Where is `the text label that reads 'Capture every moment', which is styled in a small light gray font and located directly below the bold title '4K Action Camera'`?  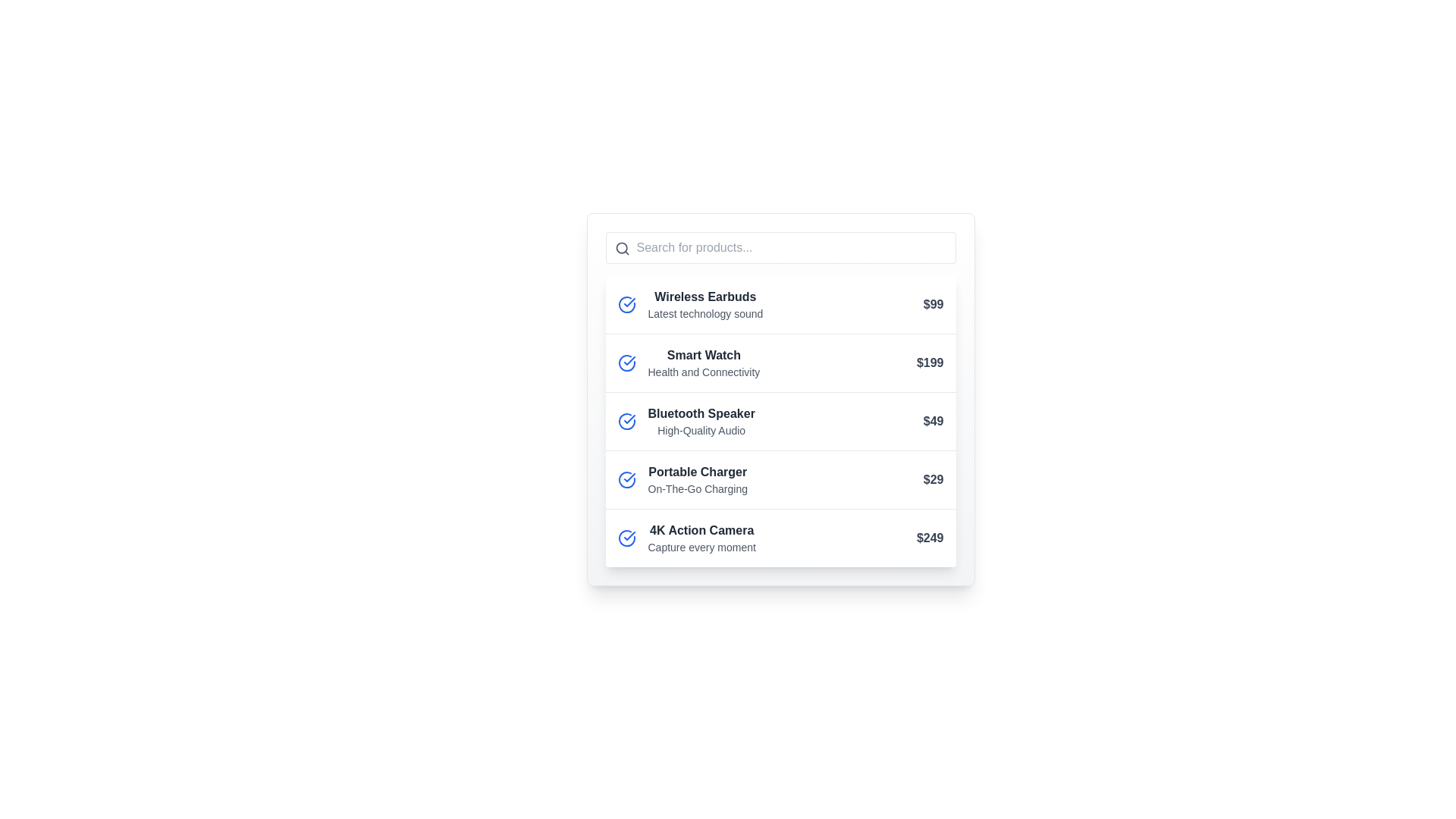 the text label that reads 'Capture every moment', which is styled in a small light gray font and located directly below the bold title '4K Action Camera' is located at coordinates (701, 547).